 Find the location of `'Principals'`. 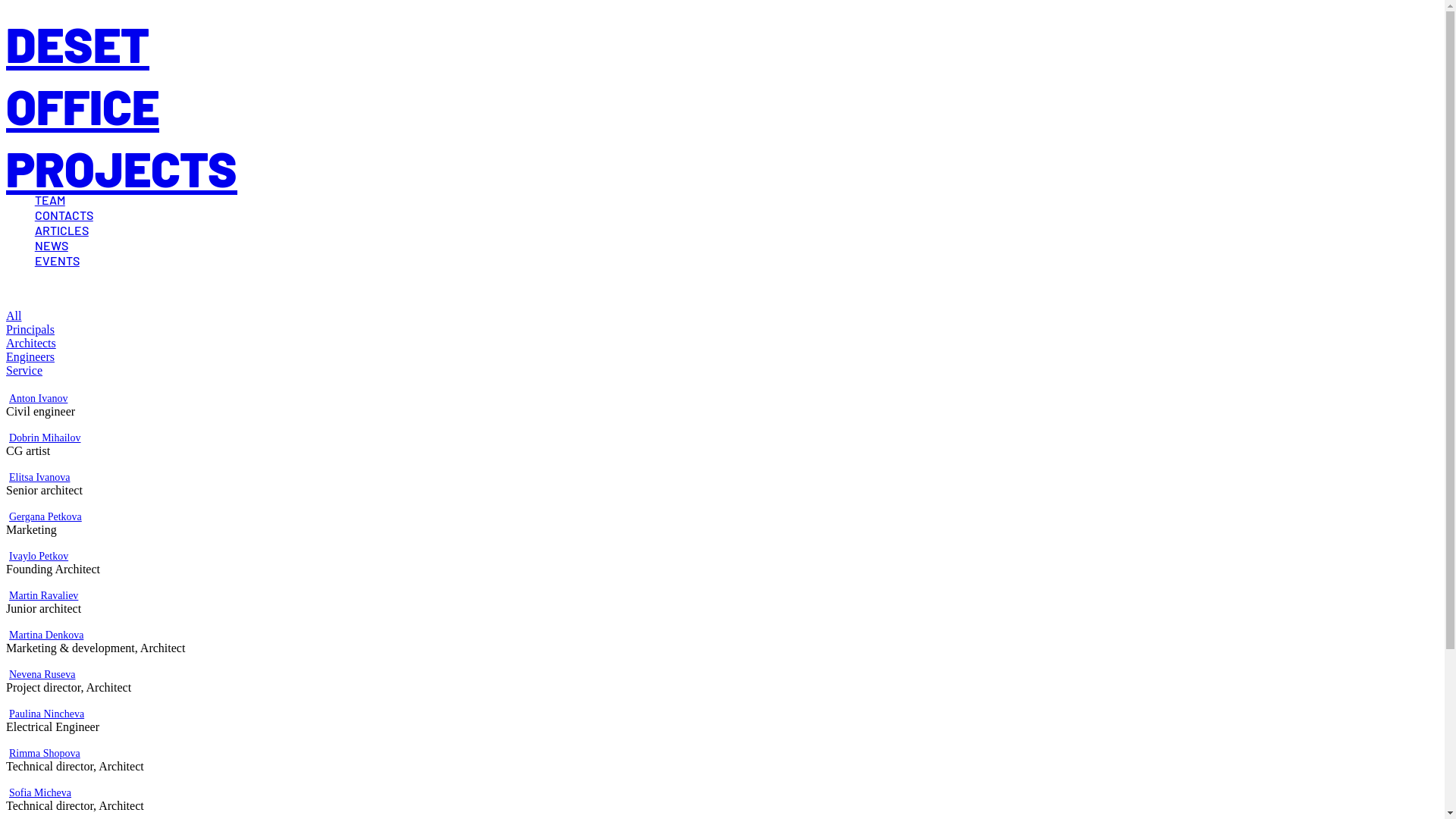

'Principals' is located at coordinates (30, 328).